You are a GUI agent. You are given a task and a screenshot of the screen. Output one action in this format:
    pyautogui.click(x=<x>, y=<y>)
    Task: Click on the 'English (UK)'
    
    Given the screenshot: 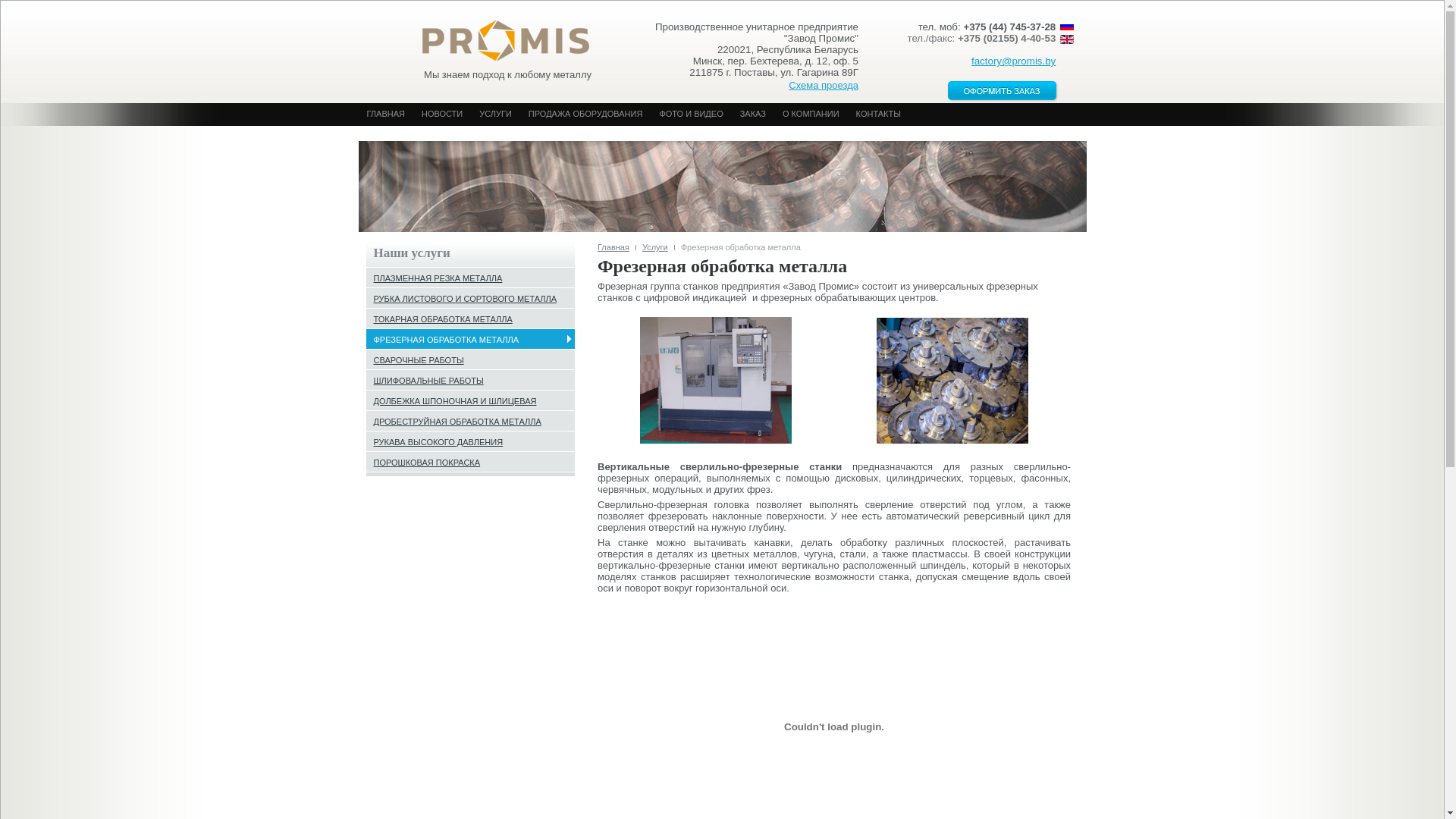 What is the action you would take?
    pyautogui.click(x=1065, y=38)
    